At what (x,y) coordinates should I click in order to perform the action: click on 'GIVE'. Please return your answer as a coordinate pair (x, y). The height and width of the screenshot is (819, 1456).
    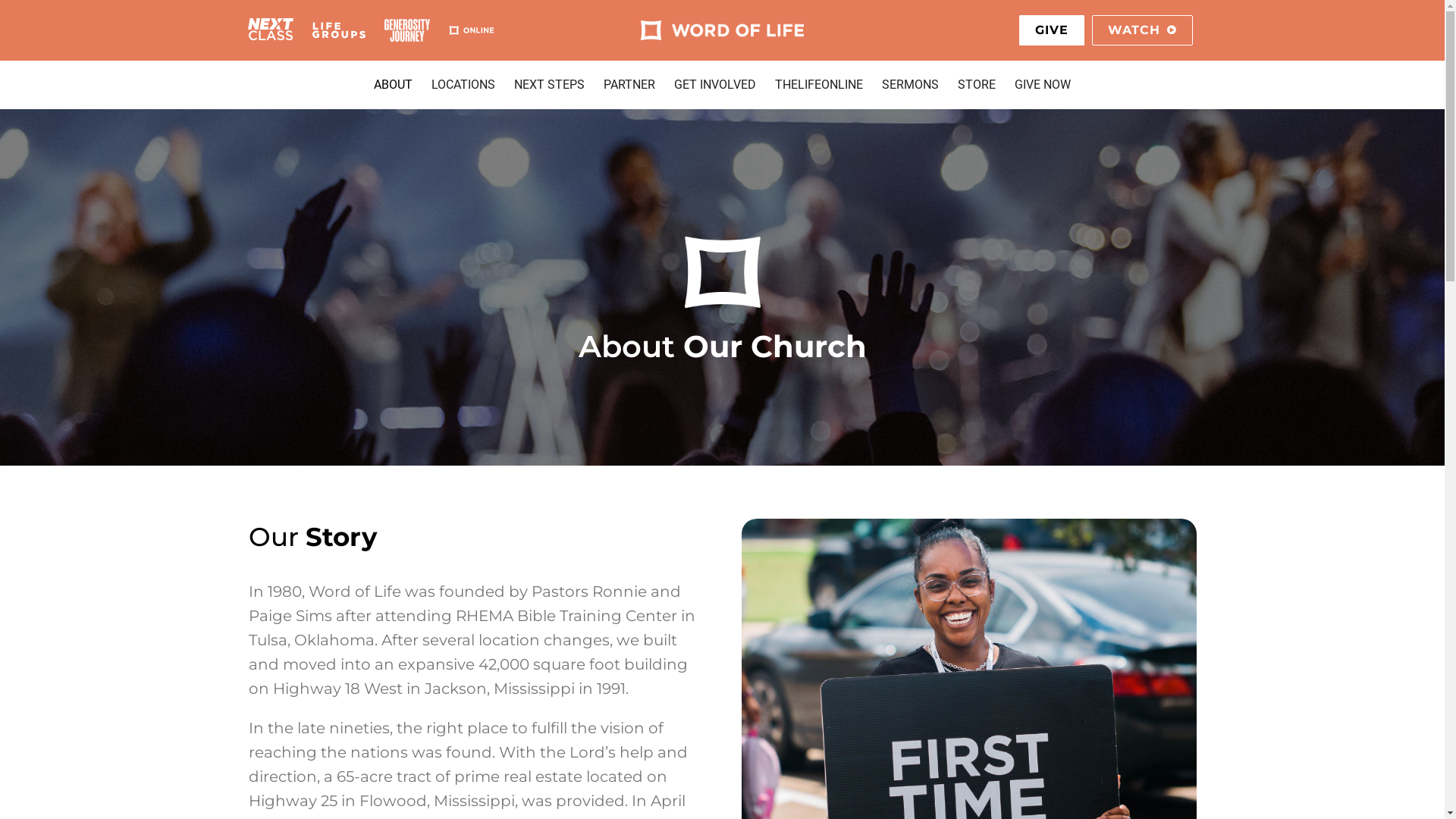
    Looking at the image, I should click on (1051, 30).